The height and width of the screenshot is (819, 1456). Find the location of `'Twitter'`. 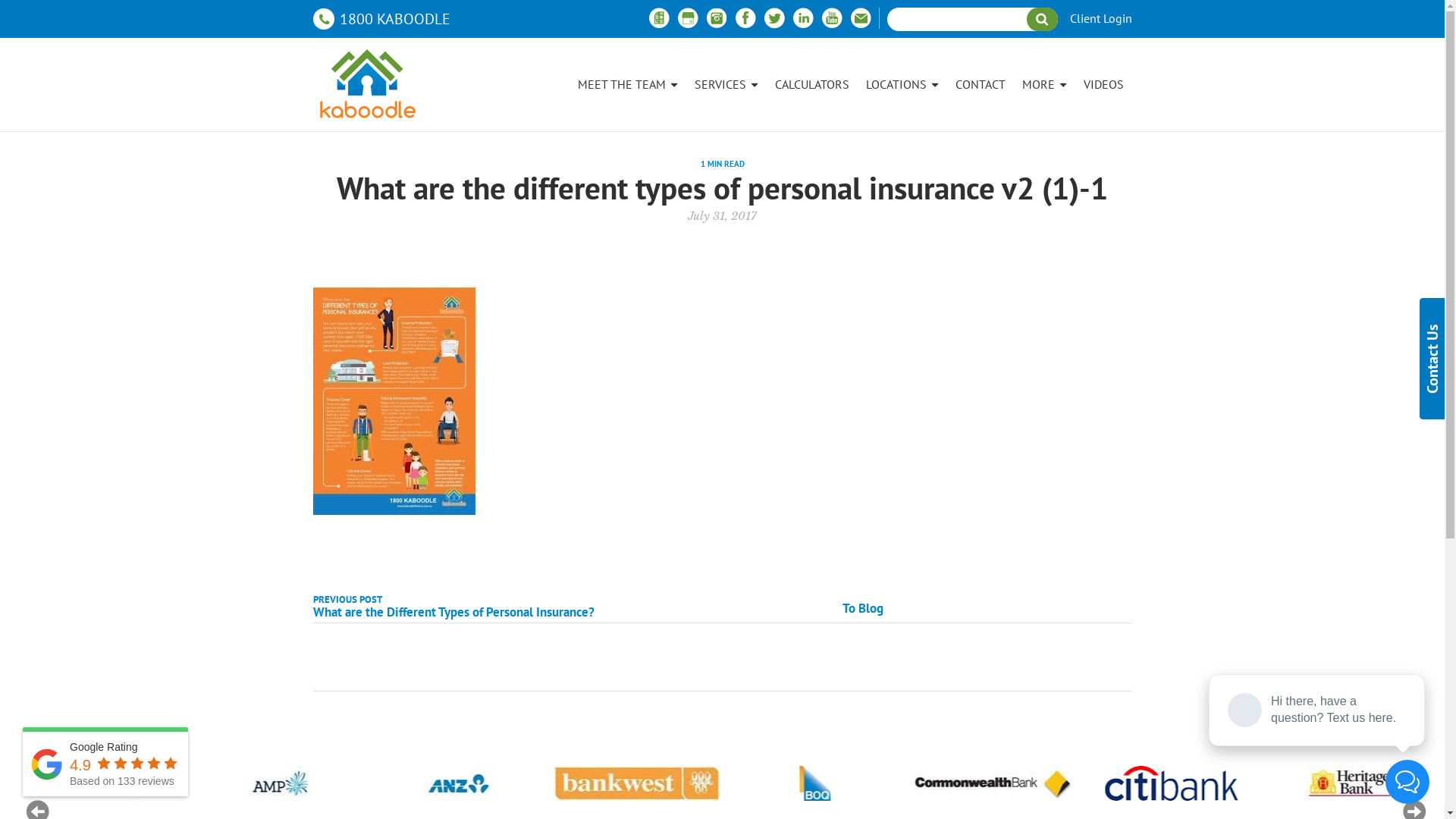

'Twitter' is located at coordinates (773, 17).